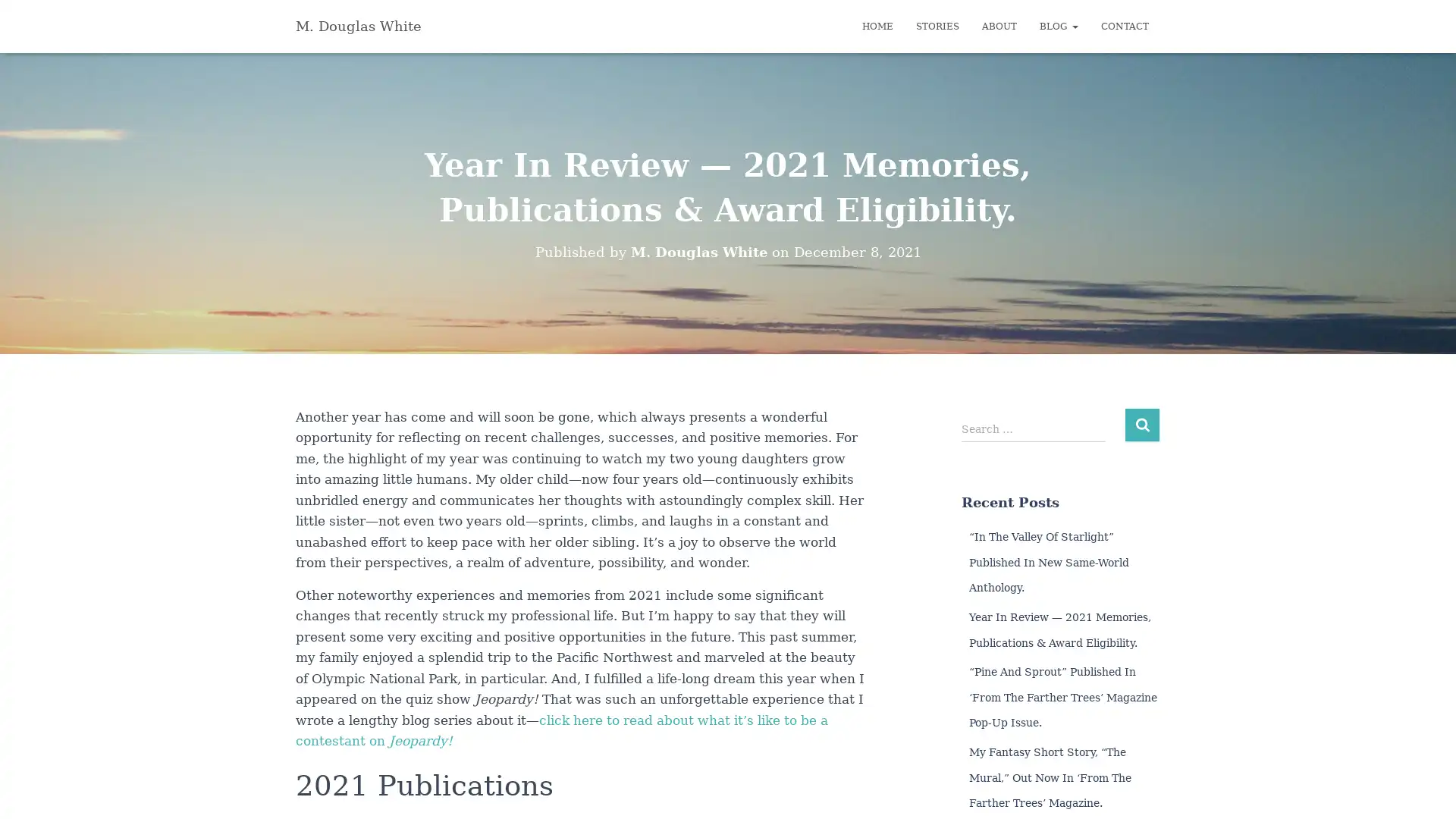 The width and height of the screenshot is (1456, 819). I want to click on Search, so click(1142, 424).